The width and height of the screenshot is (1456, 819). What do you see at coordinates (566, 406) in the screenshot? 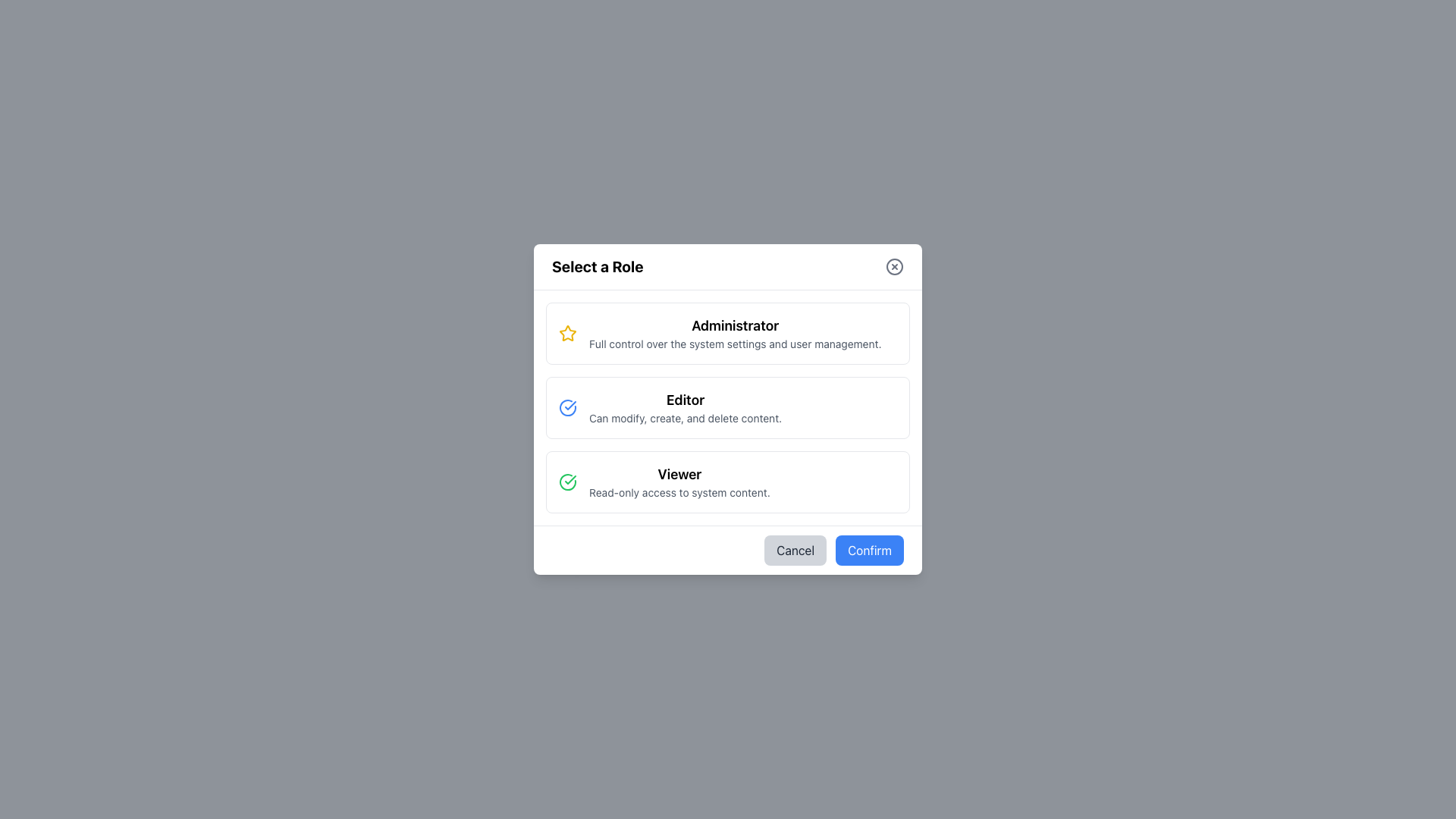
I see `the 'Editor' role selection icon located in the 'Select a Role' dialog box, positioned to the left of the text 'Editor'` at bounding box center [566, 406].